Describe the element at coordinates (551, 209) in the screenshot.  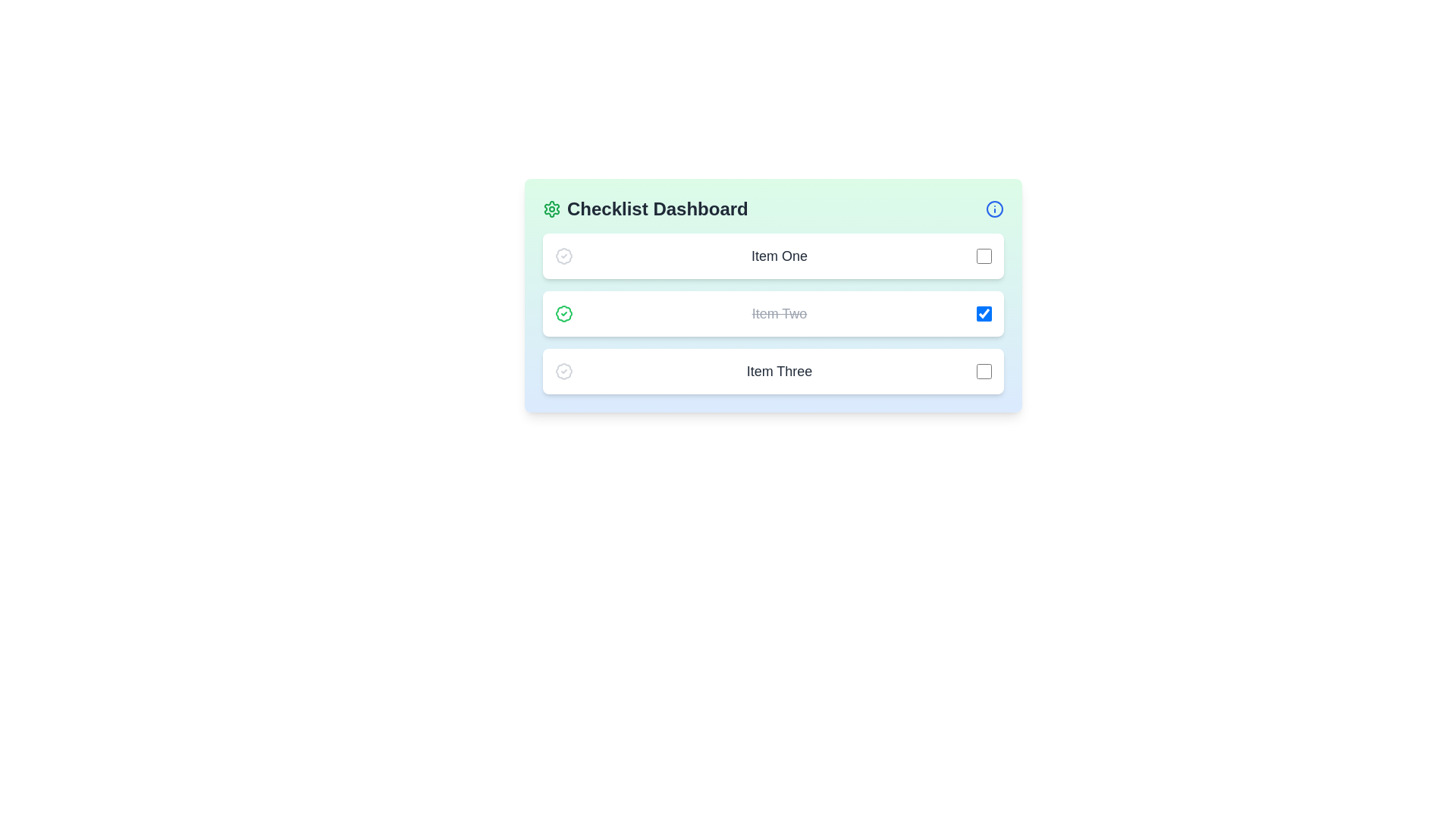
I see `the settings icon located immediately to the left of the 'Checklist Dashboard' text at the top of the interface` at that location.